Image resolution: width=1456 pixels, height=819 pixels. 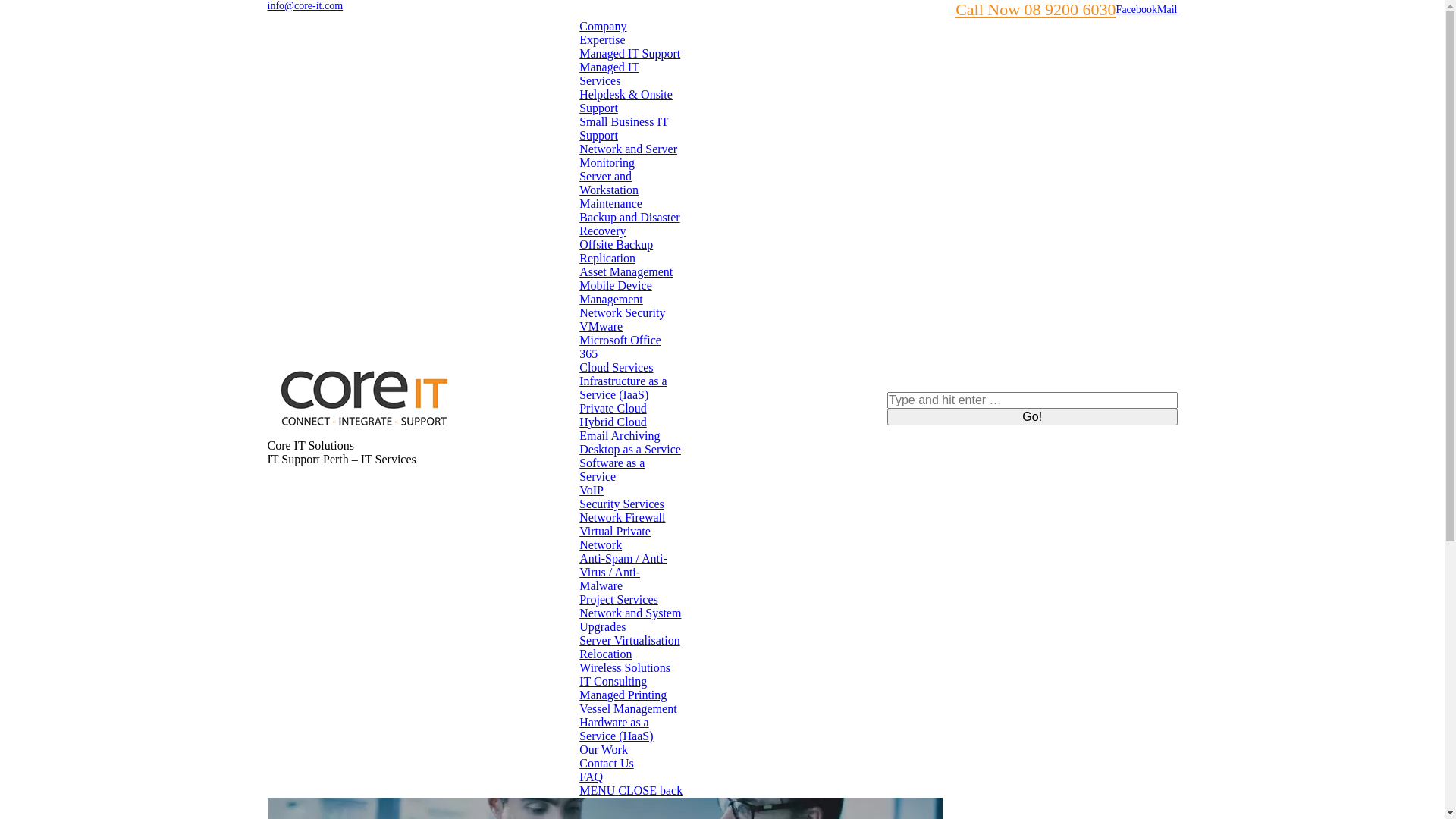 What do you see at coordinates (622, 504) in the screenshot?
I see `'Security Services'` at bounding box center [622, 504].